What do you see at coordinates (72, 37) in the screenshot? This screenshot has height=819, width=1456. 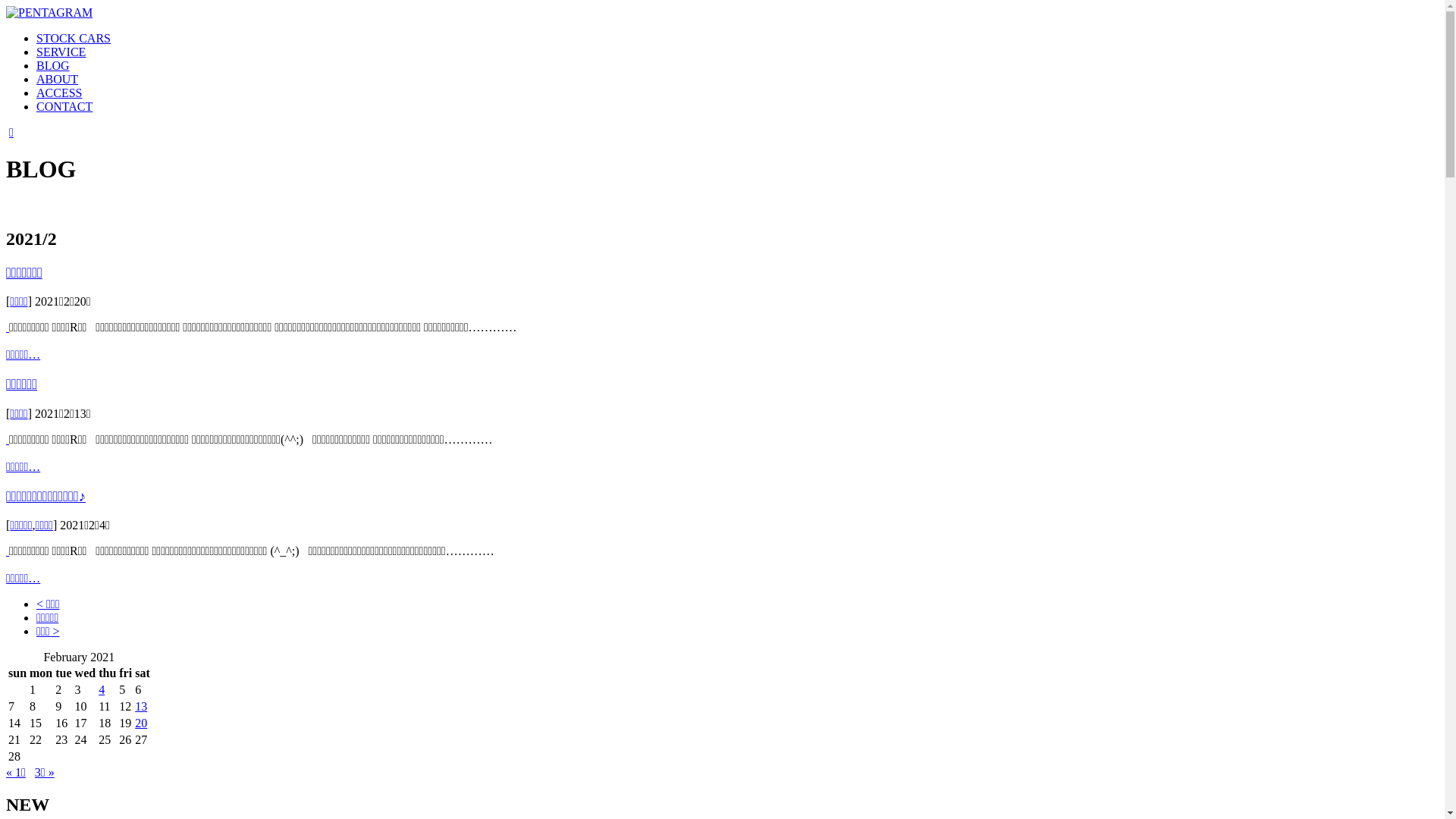 I see `'STOCK CARS'` at bounding box center [72, 37].